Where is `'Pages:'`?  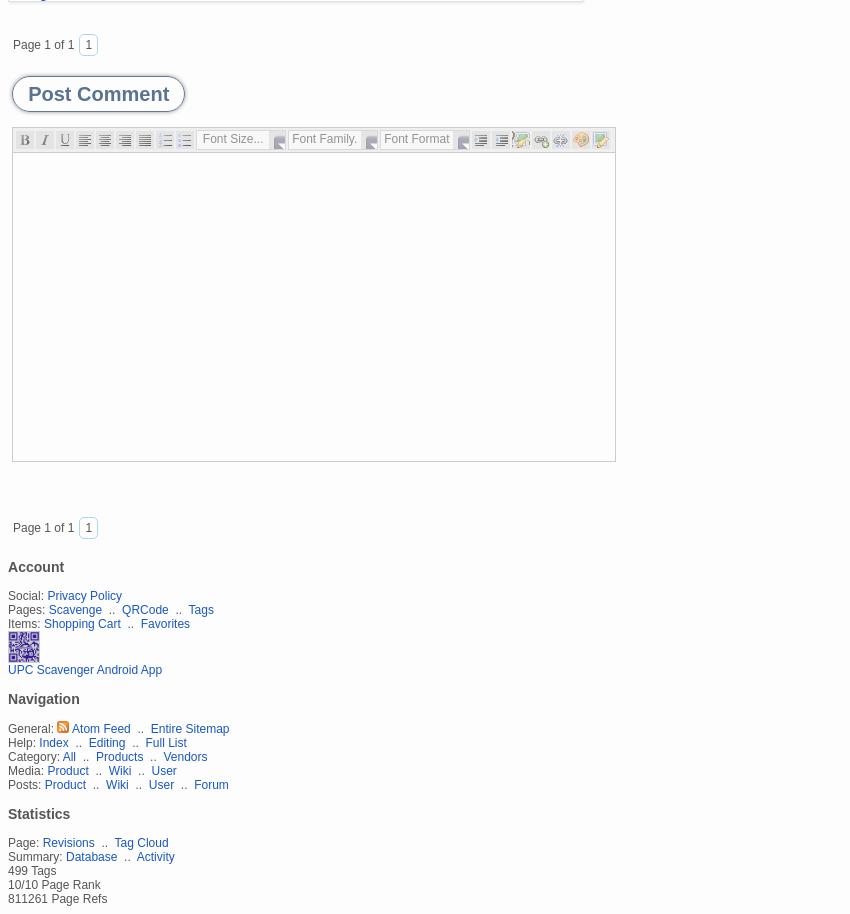
'Pages:' is located at coordinates (25, 607).